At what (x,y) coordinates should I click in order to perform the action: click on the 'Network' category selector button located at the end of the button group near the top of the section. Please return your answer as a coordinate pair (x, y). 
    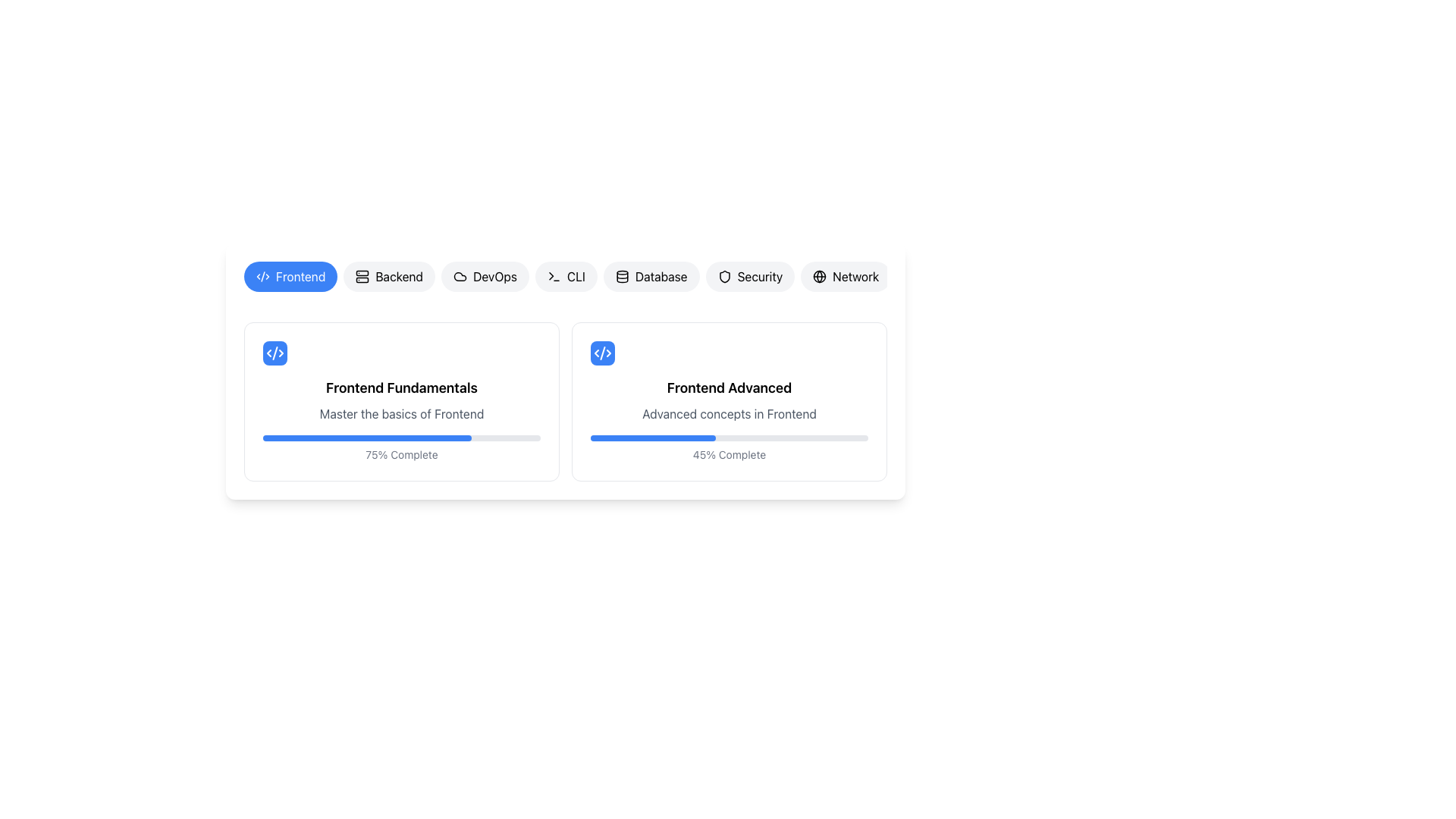
    Looking at the image, I should click on (845, 277).